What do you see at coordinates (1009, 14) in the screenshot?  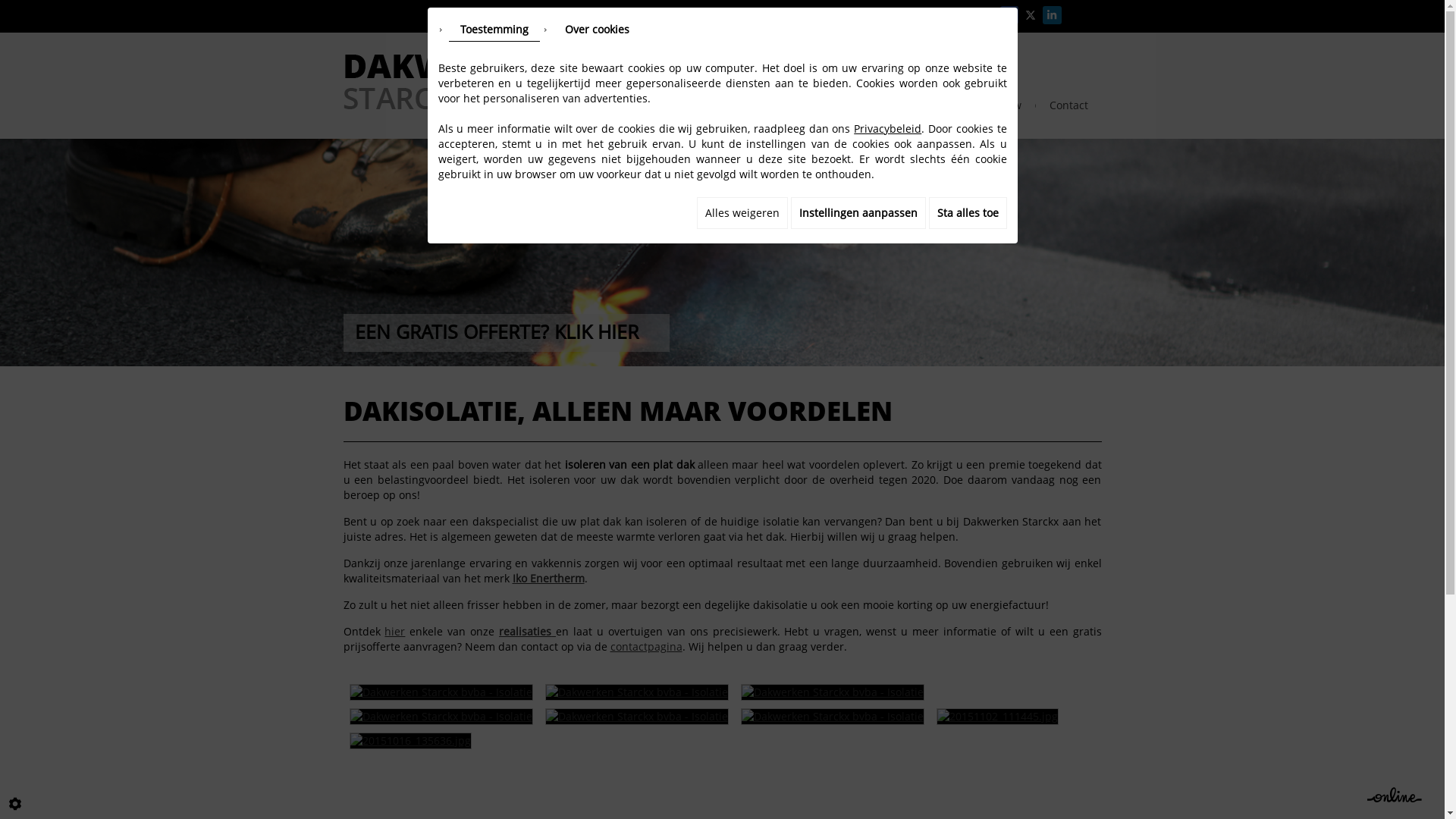 I see `'Facebook'` at bounding box center [1009, 14].